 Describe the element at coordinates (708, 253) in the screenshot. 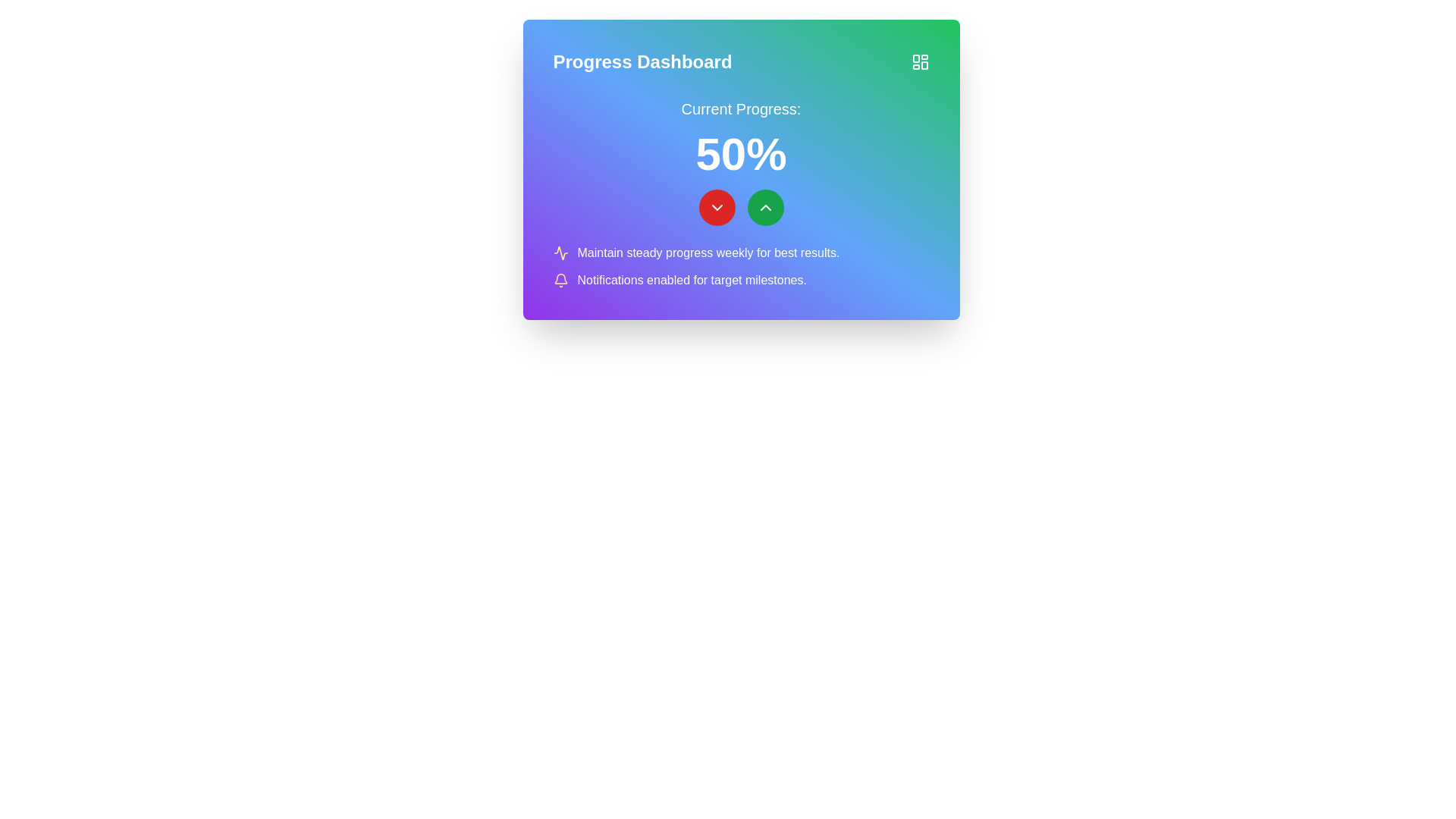

I see `the text label displaying 'Maintain steady progress weekly for best results.' which is positioned below the '50%' progress indicator and above another notification-related text in the central portion of the dashboard` at that location.